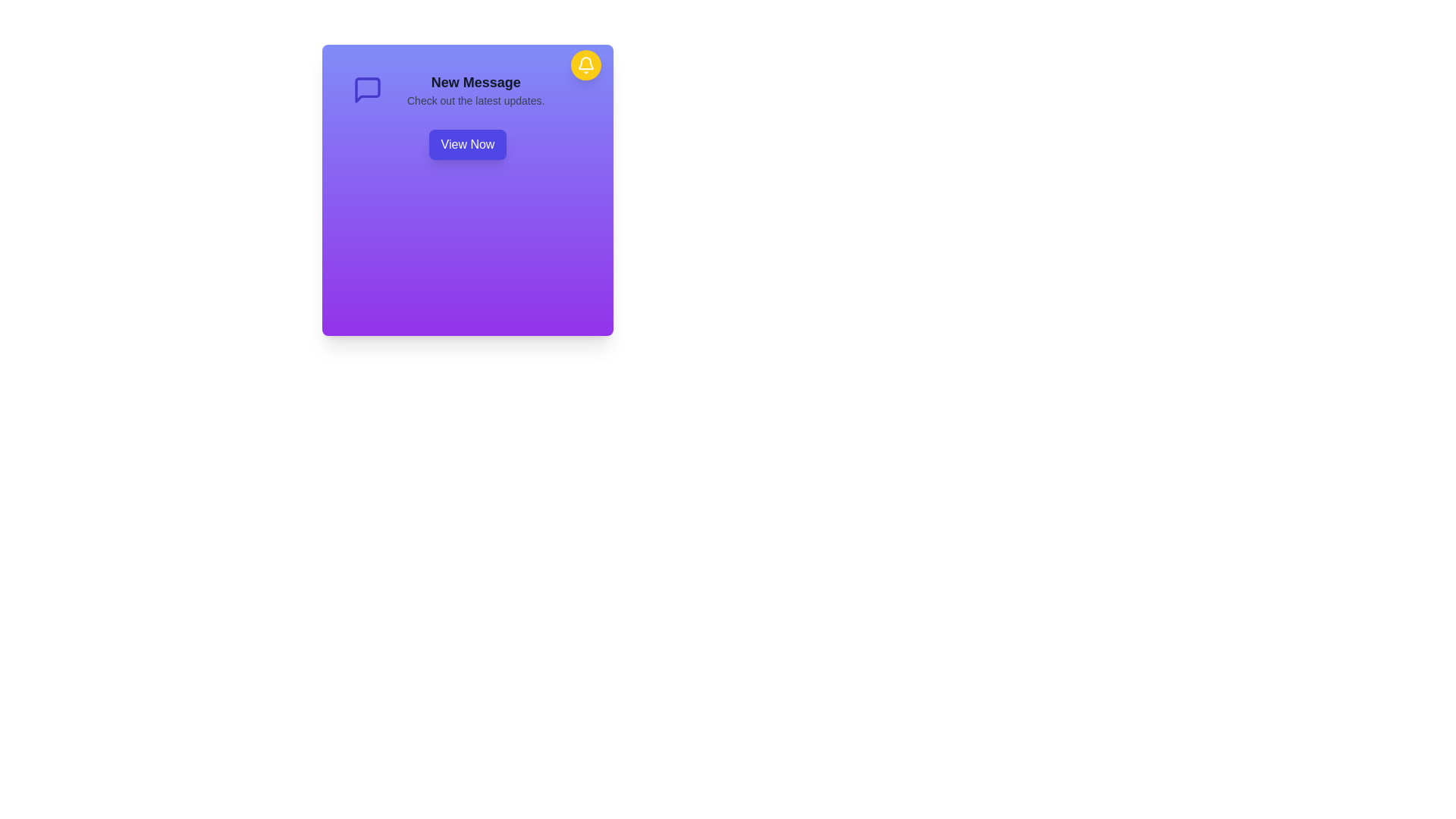  What do you see at coordinates (467, 145) in the screenshot?
I see `the 'View Now' button, which is indigo with white text and rounded corners, to observe its hover effects` at bounding box center [467, 145].